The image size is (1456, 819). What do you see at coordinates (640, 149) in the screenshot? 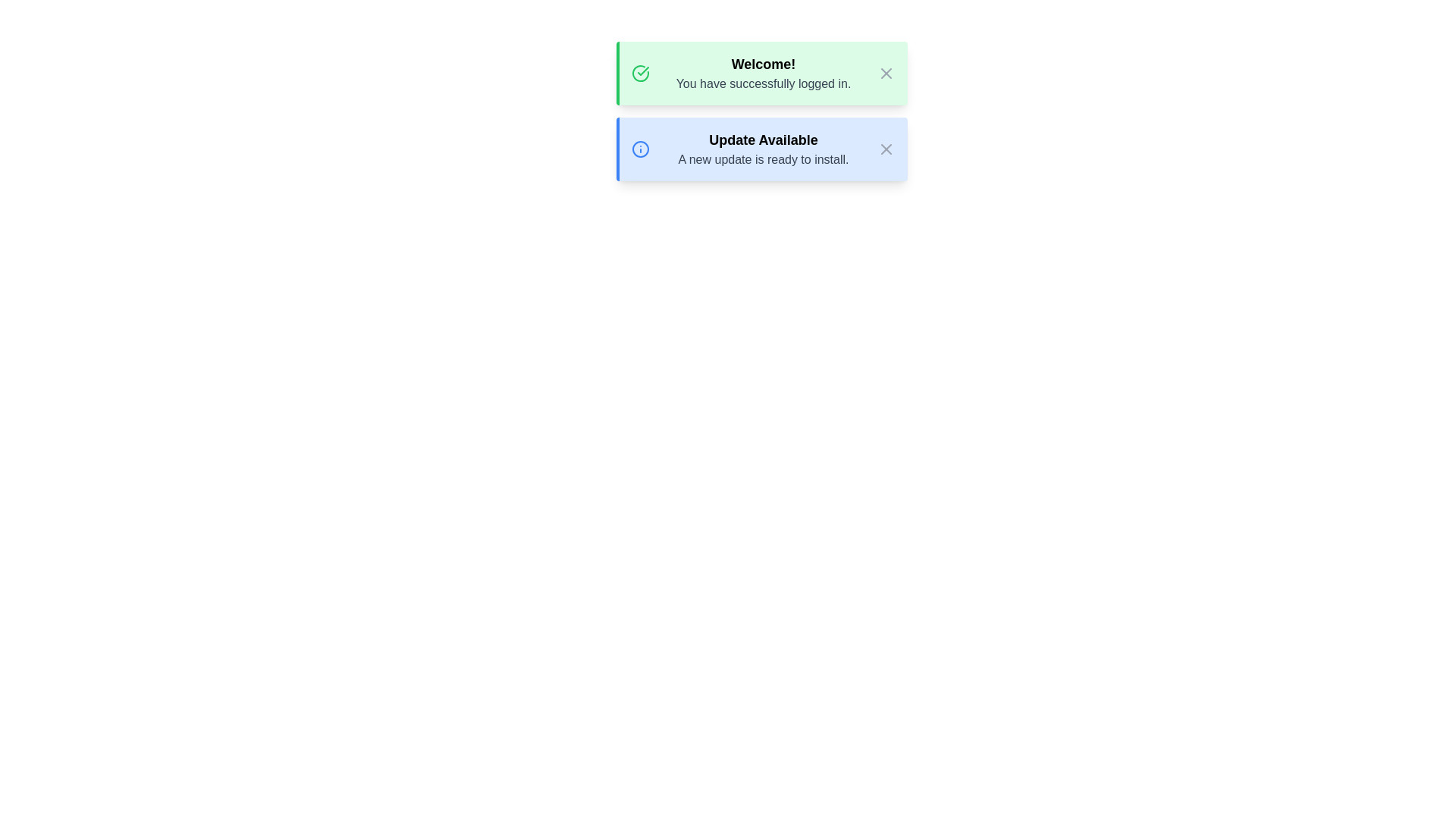
I see `the informational message icon located to the left of the 'Update Available' message, within a blue background section` at bounding box center [640, 149].